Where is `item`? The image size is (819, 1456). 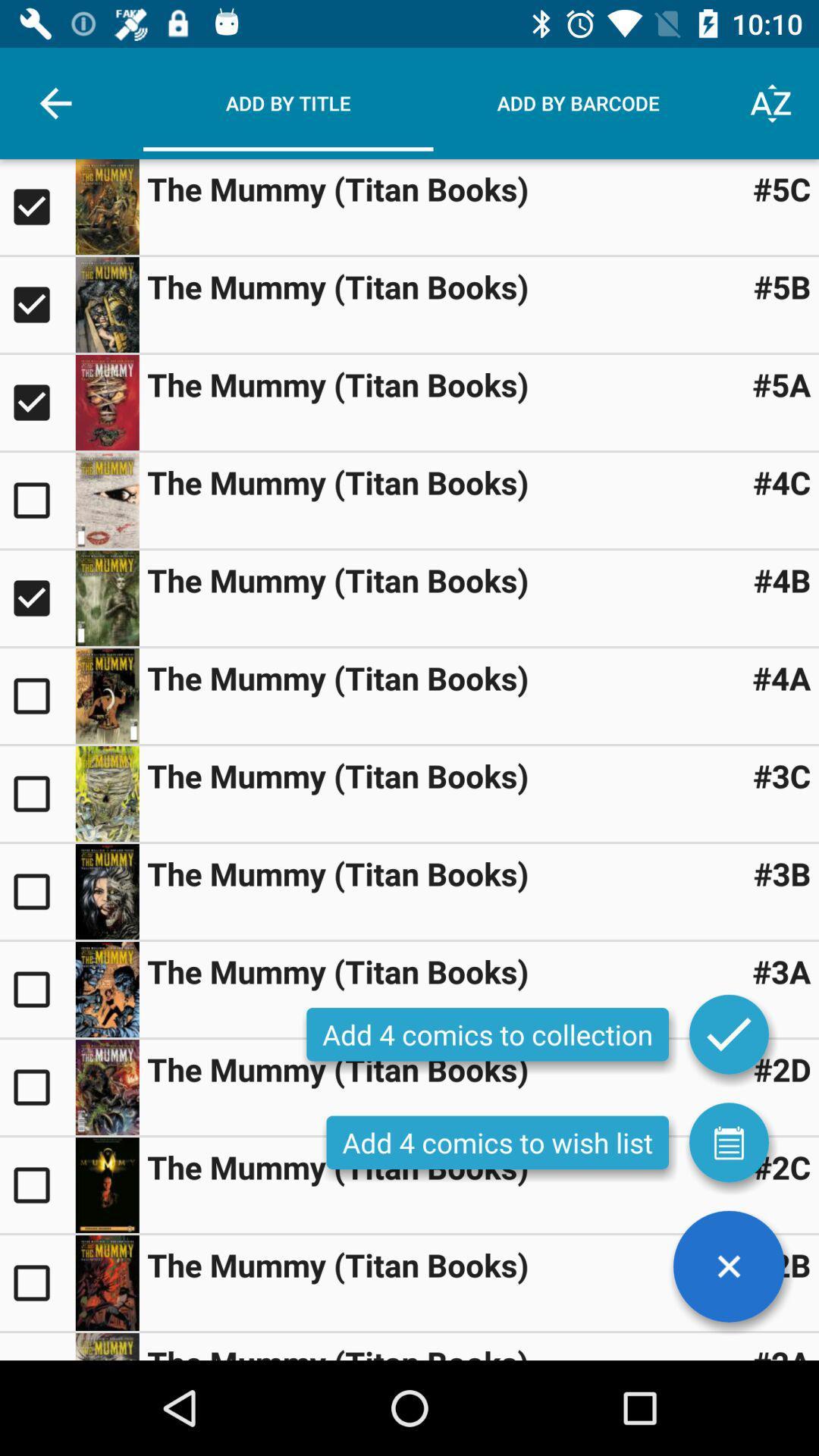 item is located at coordinates (106, 990).